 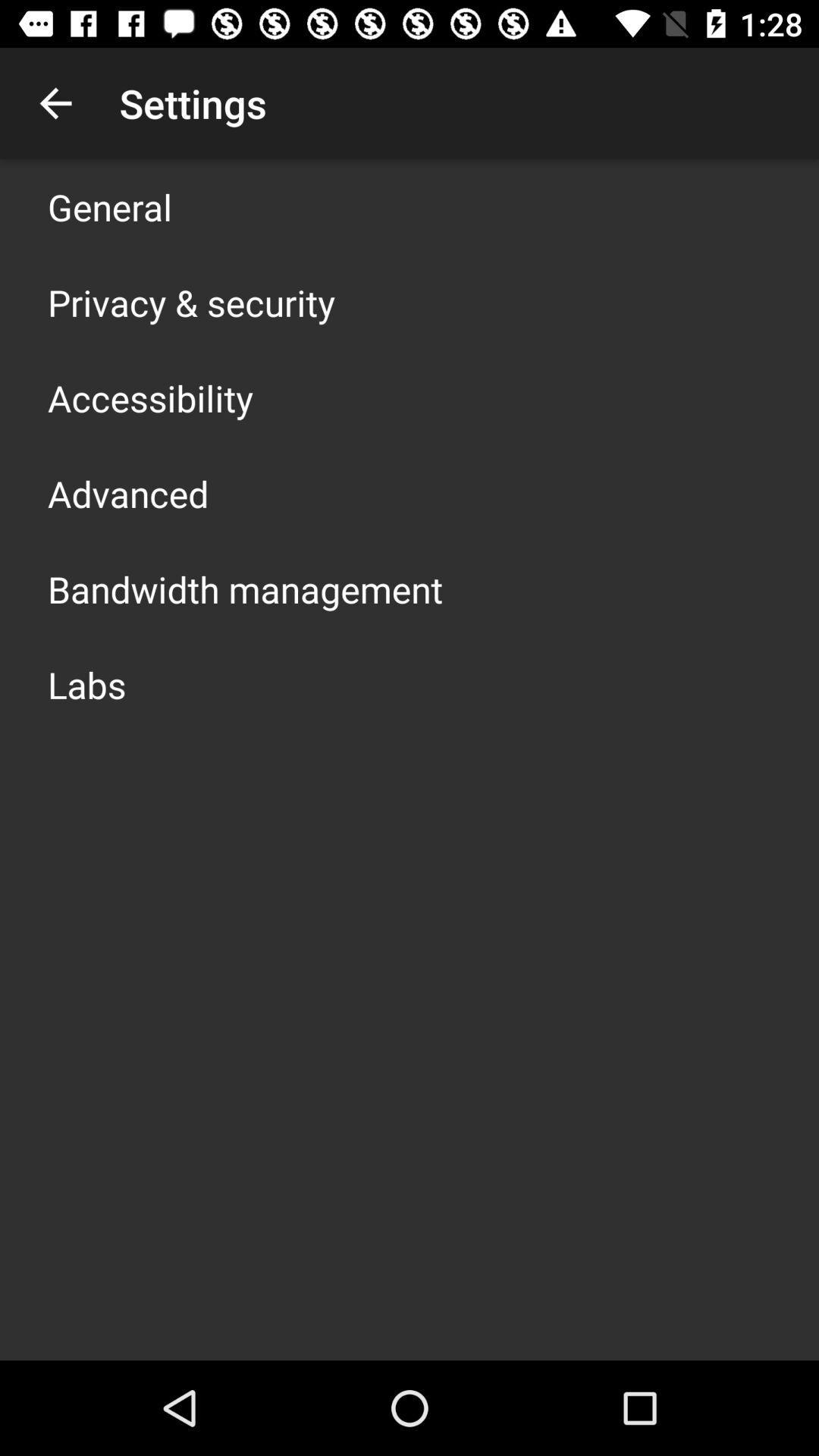 I want to click on item above the general app, so click(x=55, y=102).